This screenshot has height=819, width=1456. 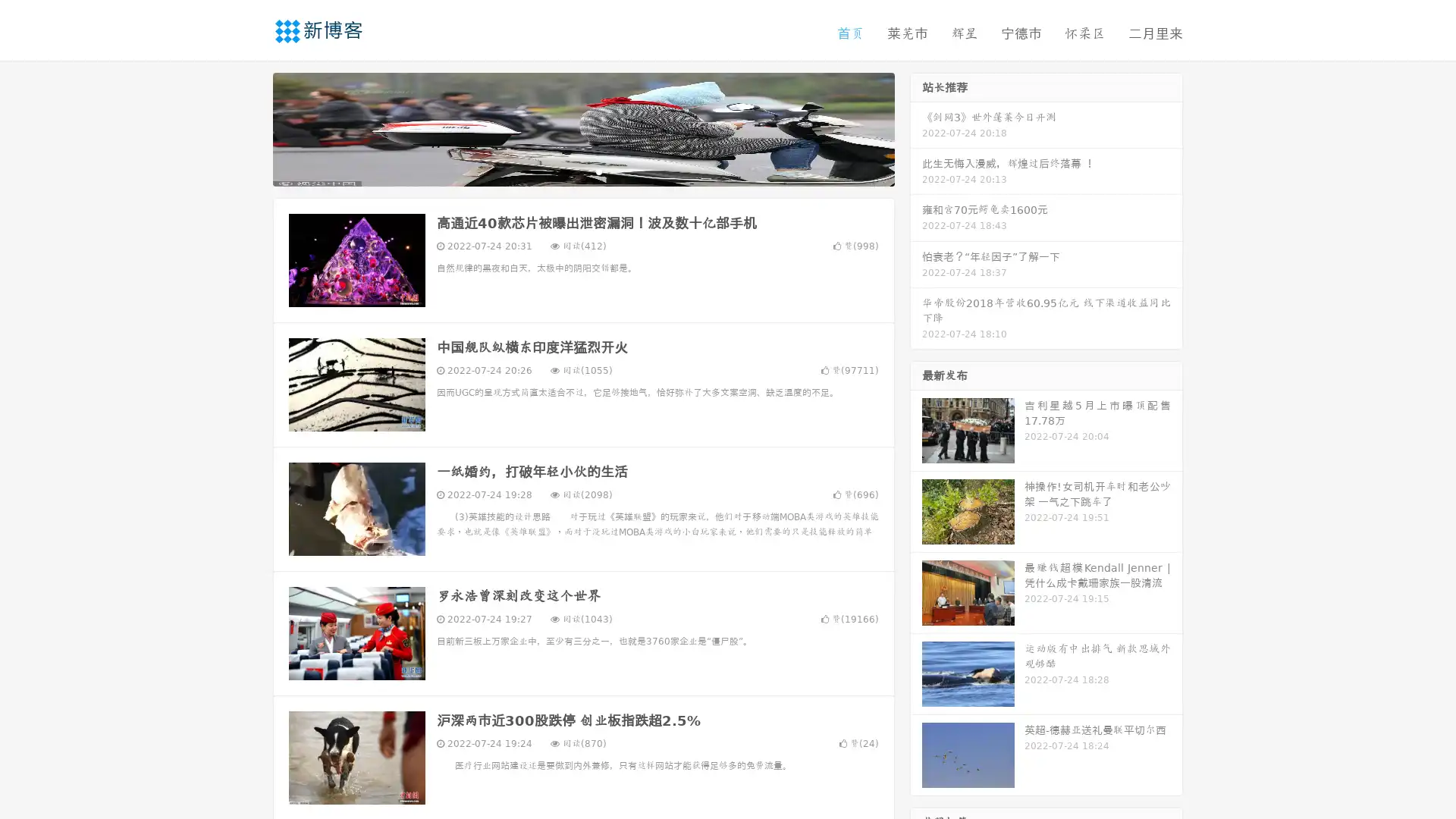 What do you see at coordinates (250, 127) in the screenshot?
I see `Previous slide` at bounding box center [250, 127].